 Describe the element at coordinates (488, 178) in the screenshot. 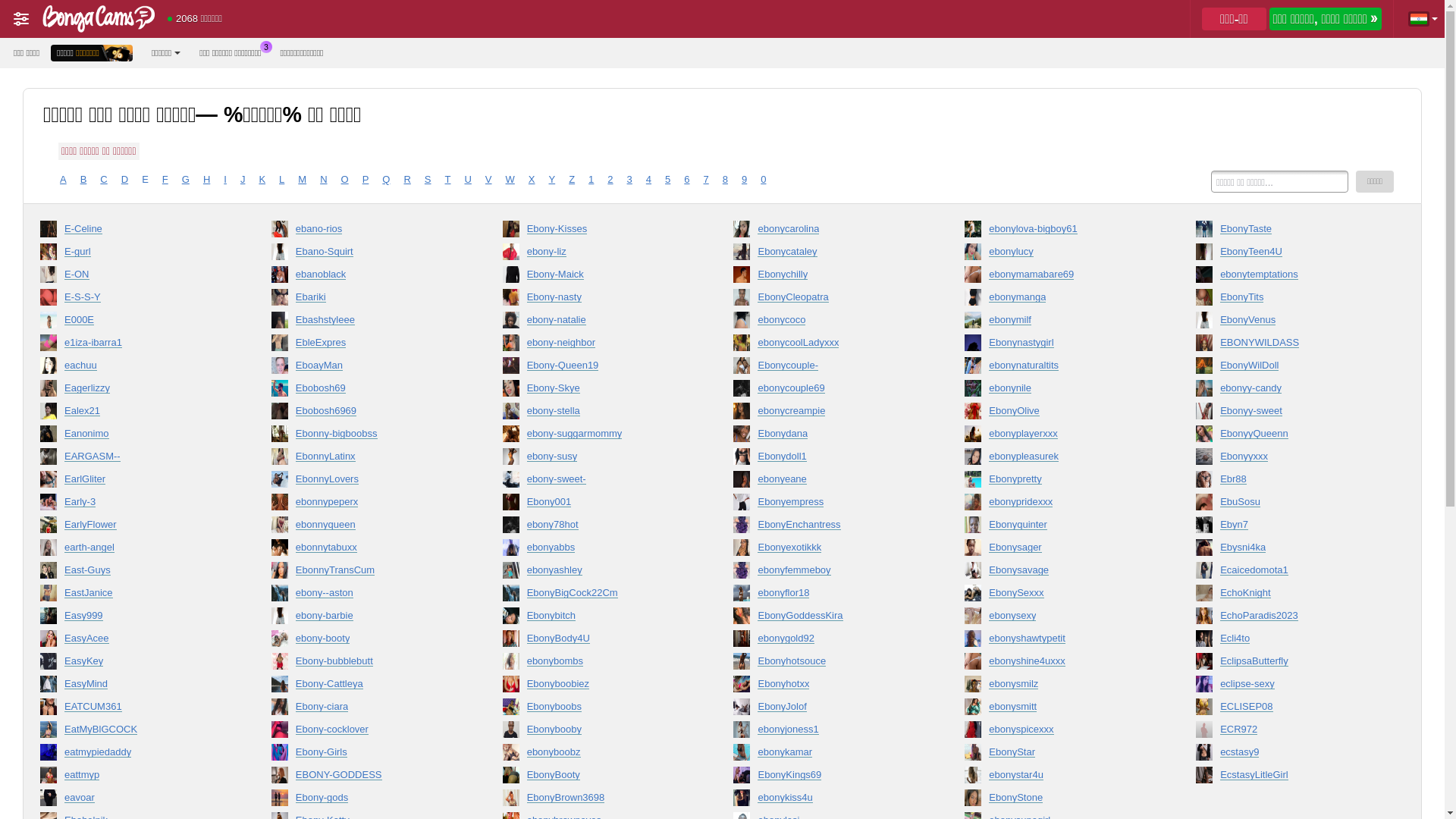

I see `'V'` at that location.